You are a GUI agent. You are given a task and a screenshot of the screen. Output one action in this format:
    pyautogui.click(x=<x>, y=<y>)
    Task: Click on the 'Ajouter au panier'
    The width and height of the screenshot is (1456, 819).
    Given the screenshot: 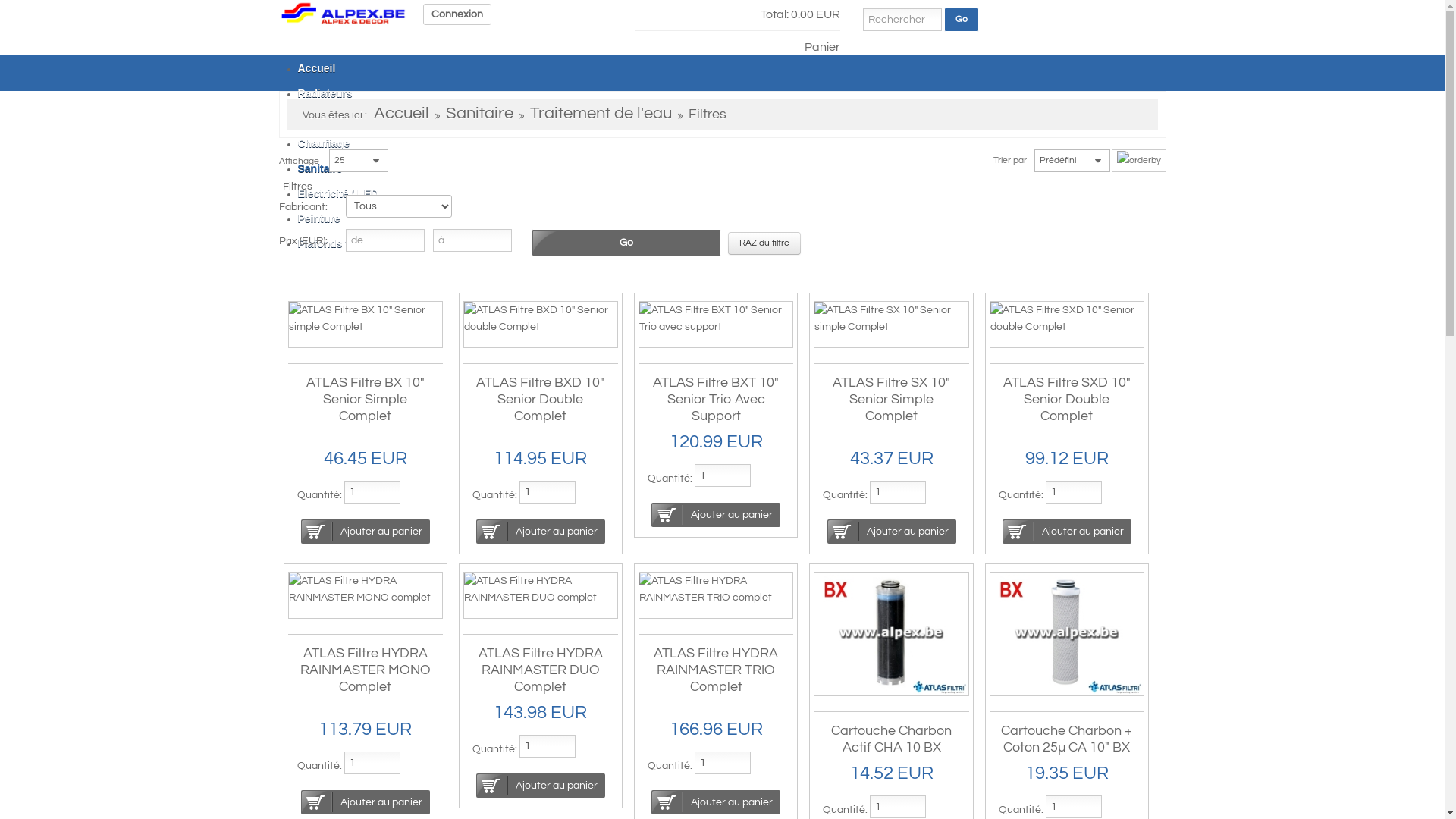 What is the action you would take?
    pyautogui.click(x=1065, y=531)
    